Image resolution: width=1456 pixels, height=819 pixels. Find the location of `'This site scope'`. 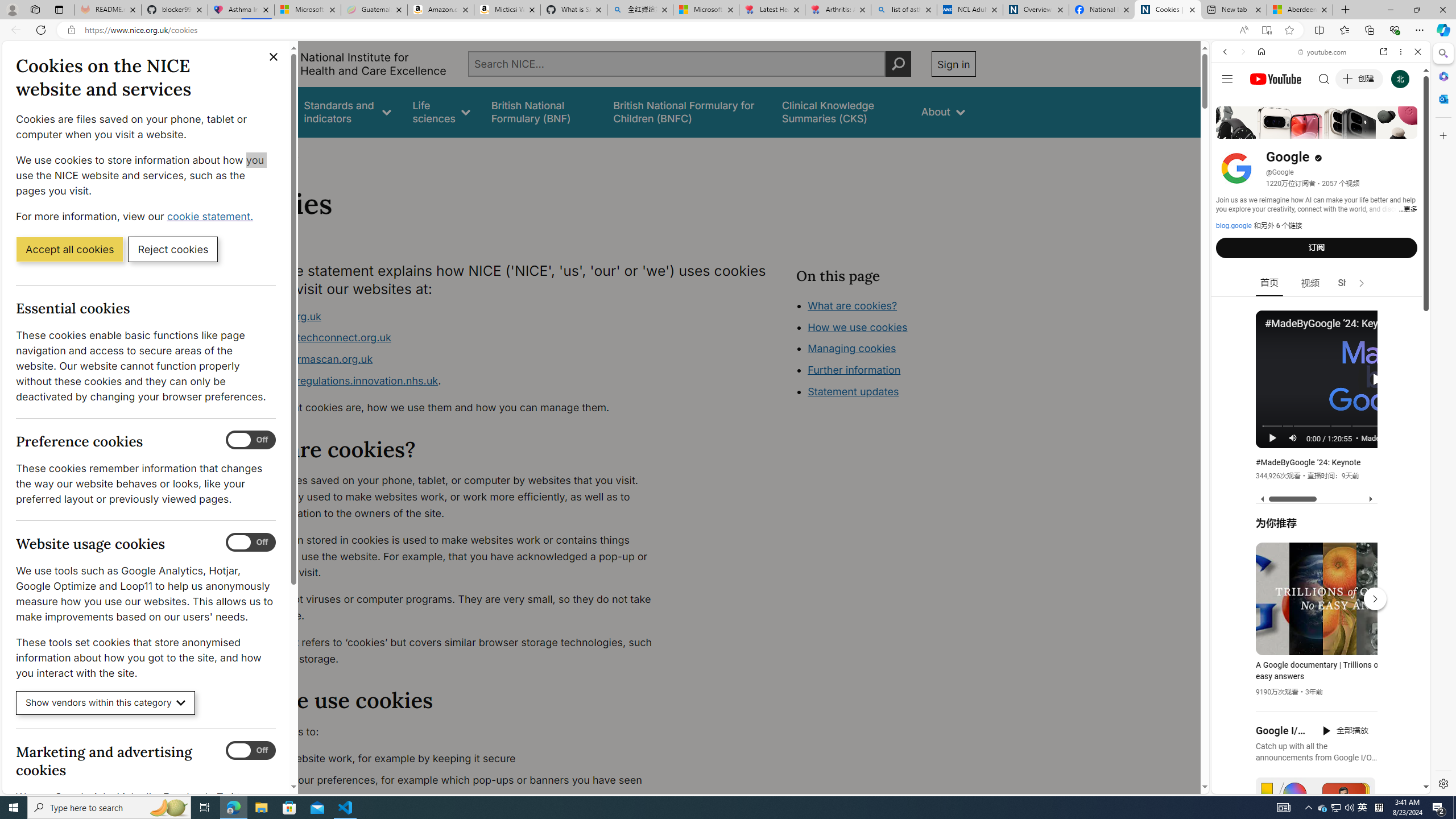

'This site scope' is located at coordinates (1259, 102).